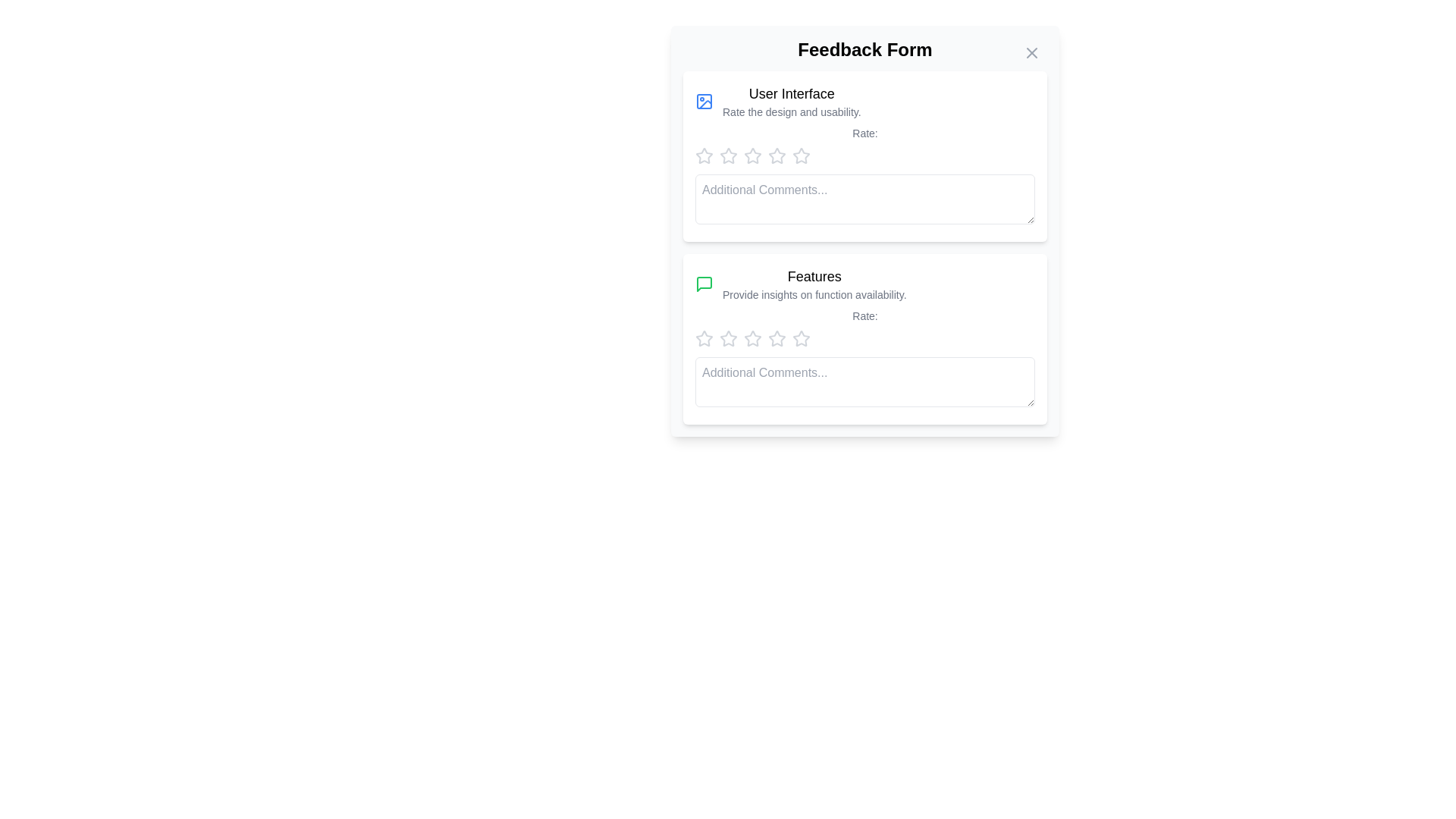 The width and height of the screenshot is (1456, 819). Describe the element at coordinates (704, 284) in the screenshot. I see `the 'Features' section icon located in the top-left corner of the feedback section to visually identify its purpose` at that location.